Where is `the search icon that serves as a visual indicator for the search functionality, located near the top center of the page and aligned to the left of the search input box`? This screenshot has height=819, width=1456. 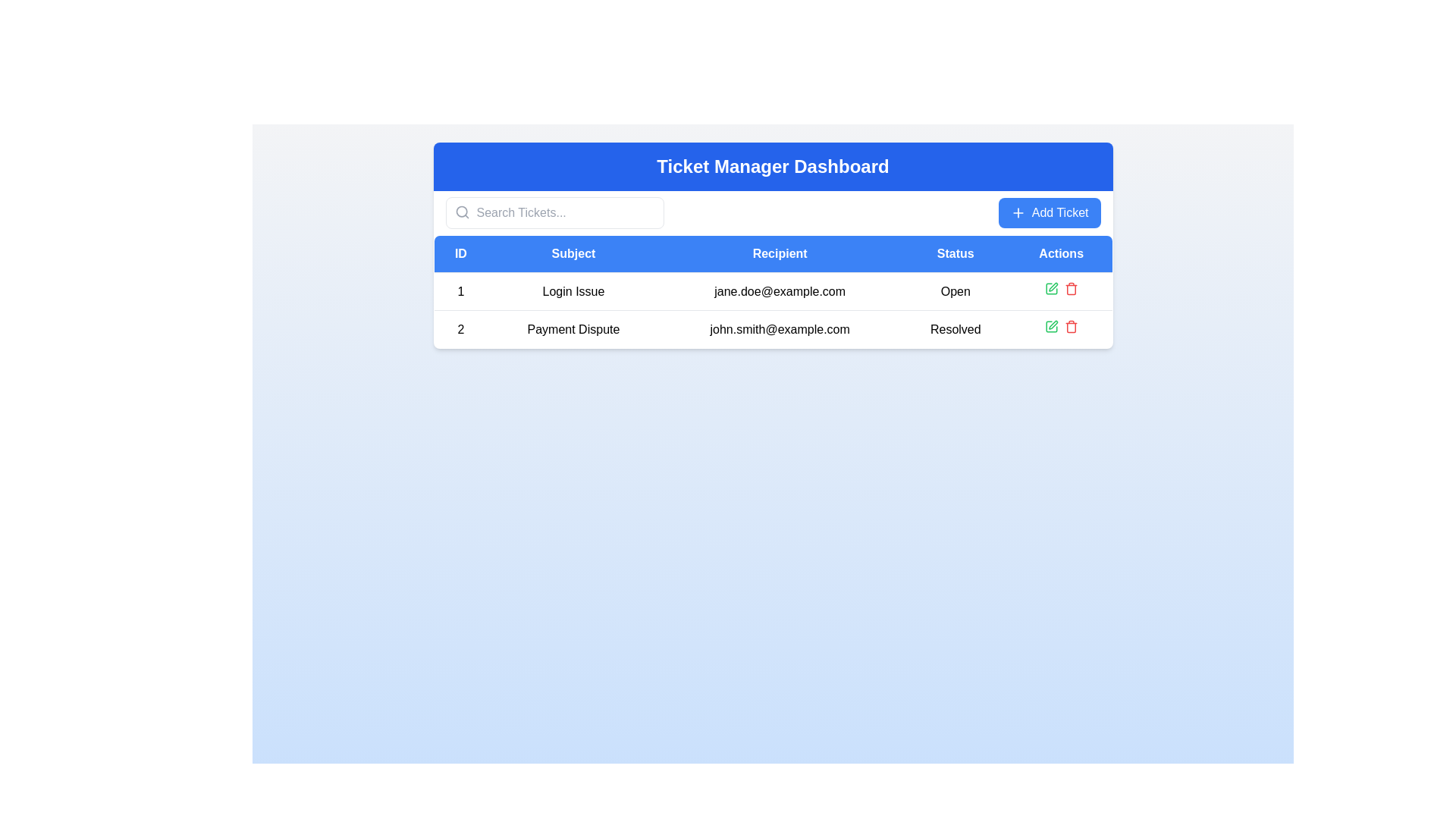
the search icon that serves as a visual indicator for the search functionality, located near the top center of the page and aligned to the left of the search input box is located at coordinates (461, 212).